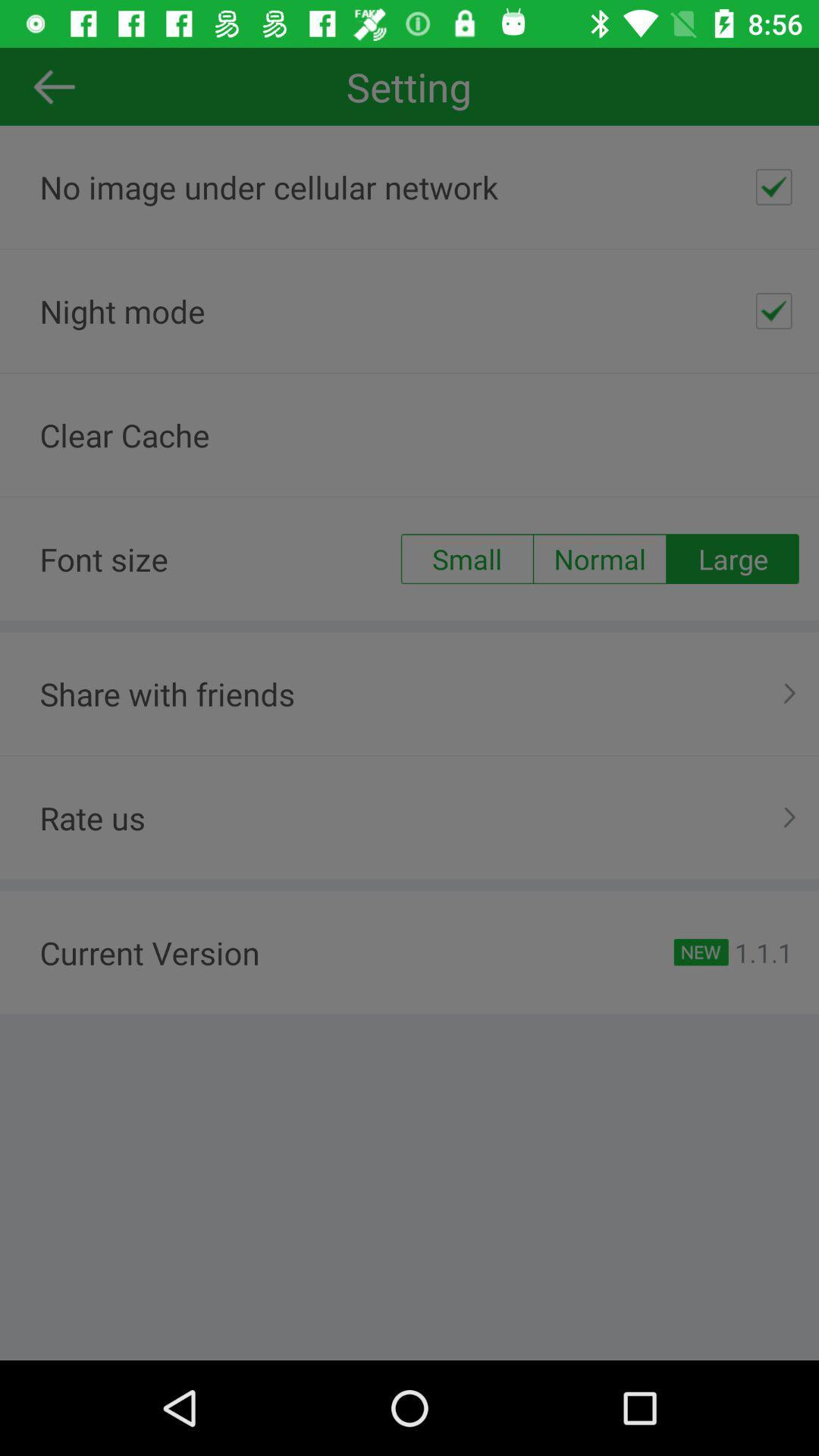  Describe the element at coordinates (773, 310) in the screenshot. I see `the icon to the right of night mode` at that location.